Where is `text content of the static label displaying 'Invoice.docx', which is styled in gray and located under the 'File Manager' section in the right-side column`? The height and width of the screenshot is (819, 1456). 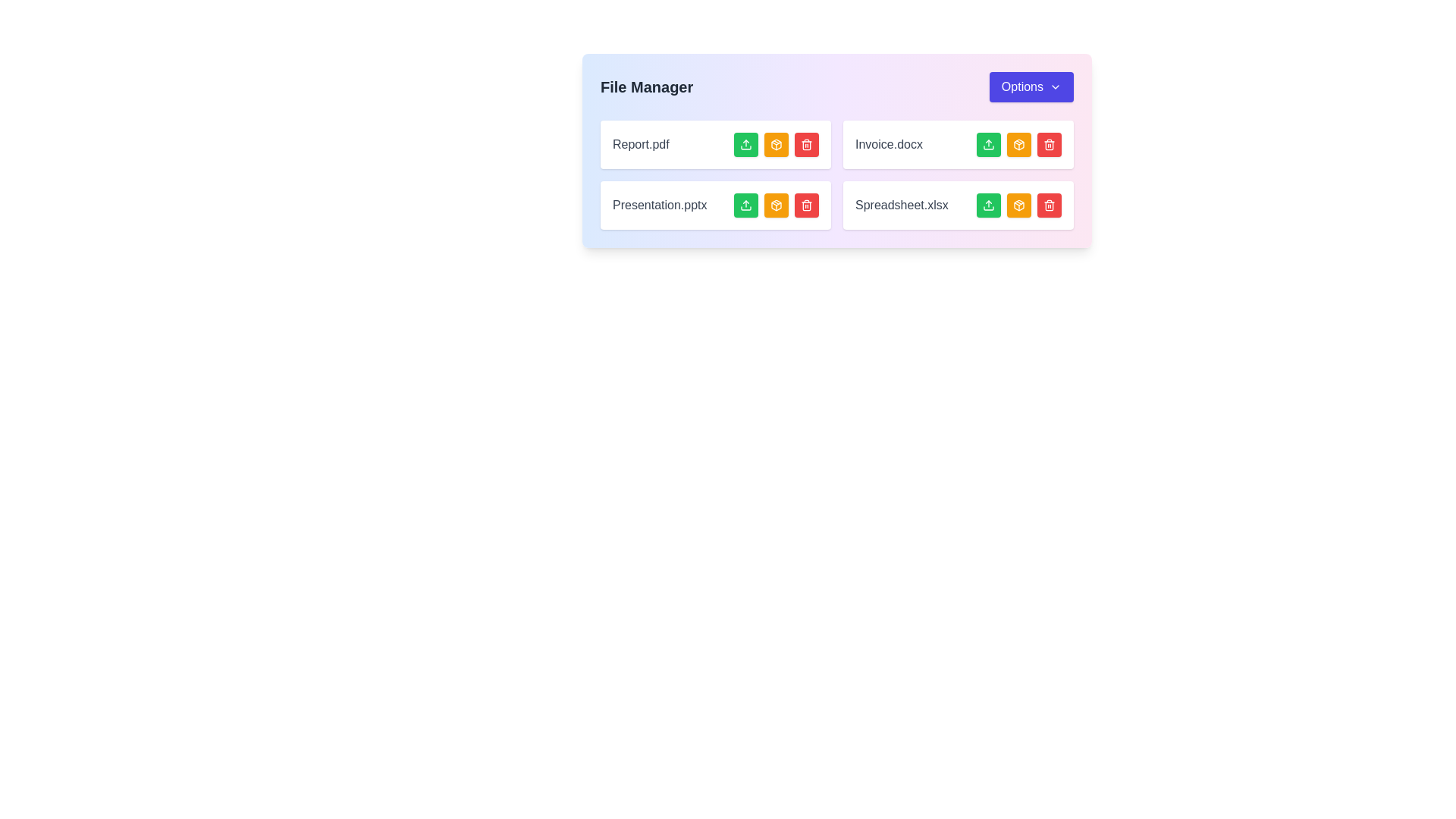
text content of the static label displaying 'Invoice.docx', which is styled in gray and located under the 'File Manager' section in the right-side column is located at coordinates (889, 145).